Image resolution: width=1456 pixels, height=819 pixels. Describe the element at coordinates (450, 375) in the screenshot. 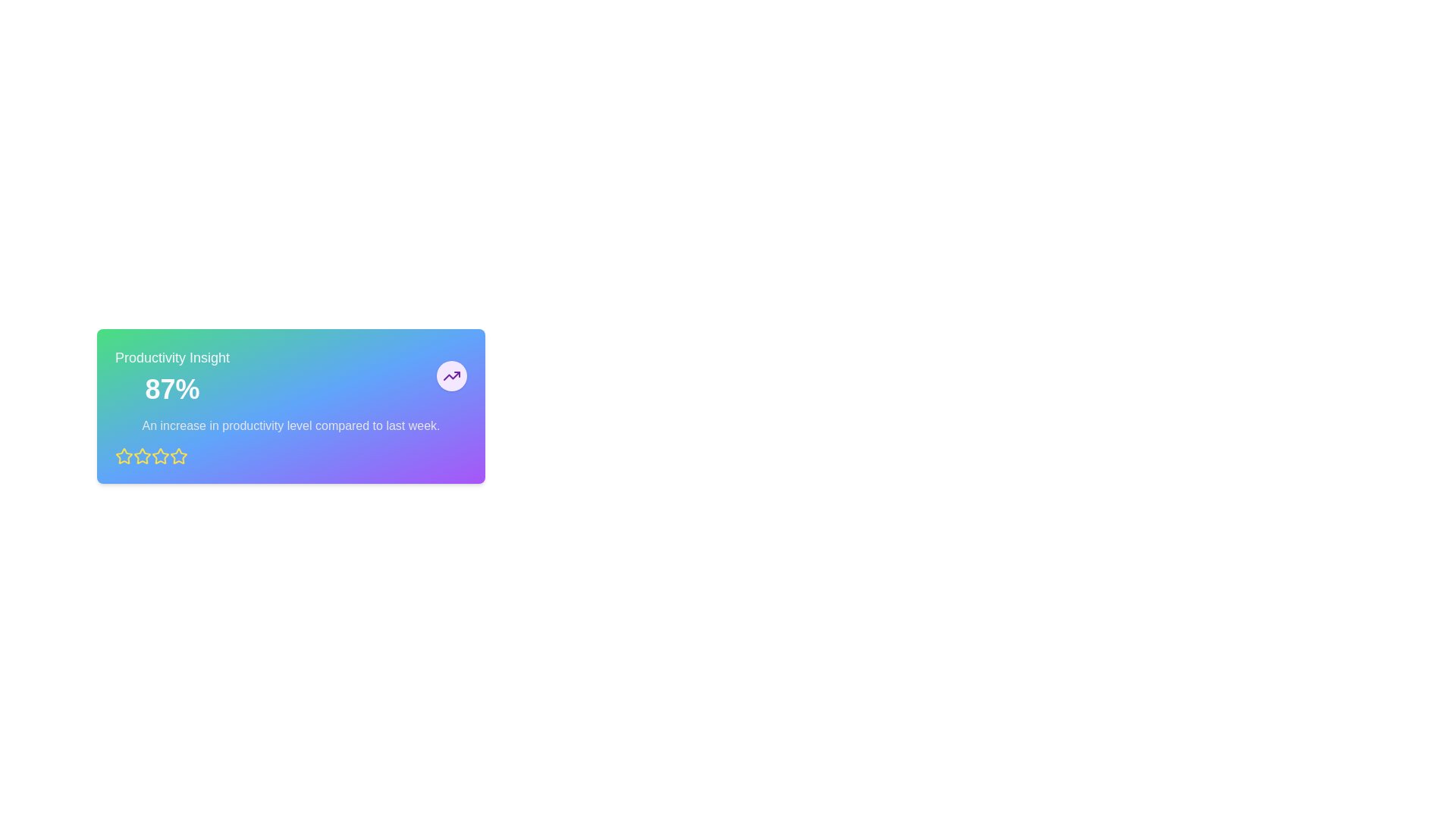

I see `the upward trending arrow icon, which is styled with a purple color and is located inside a circular button at the top-right corner of a productivity insights card interface` at that location.